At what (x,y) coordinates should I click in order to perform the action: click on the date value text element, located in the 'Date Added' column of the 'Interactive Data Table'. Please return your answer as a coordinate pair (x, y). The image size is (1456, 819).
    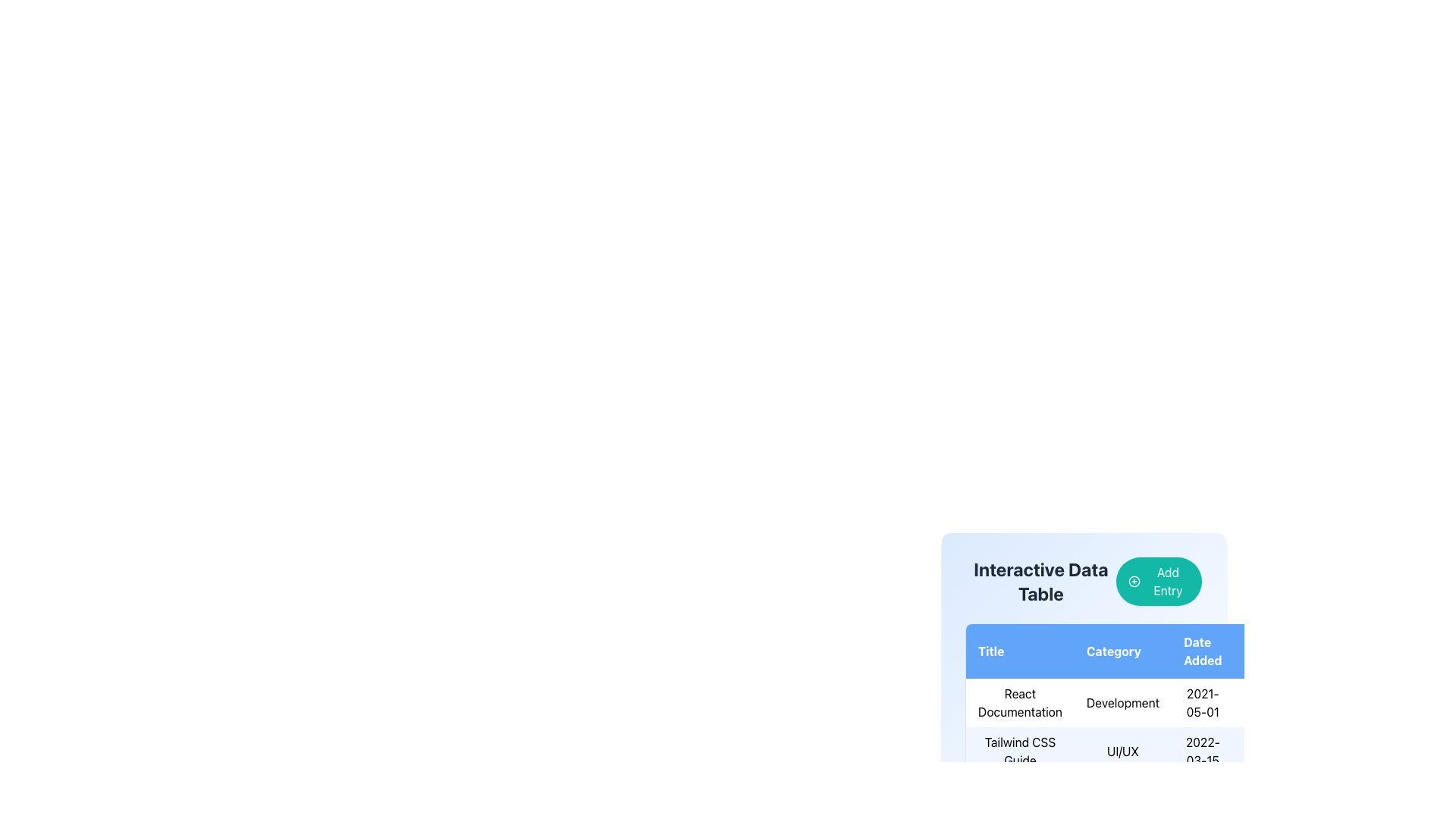
    Looking at the image, I should click on (1202, 702).